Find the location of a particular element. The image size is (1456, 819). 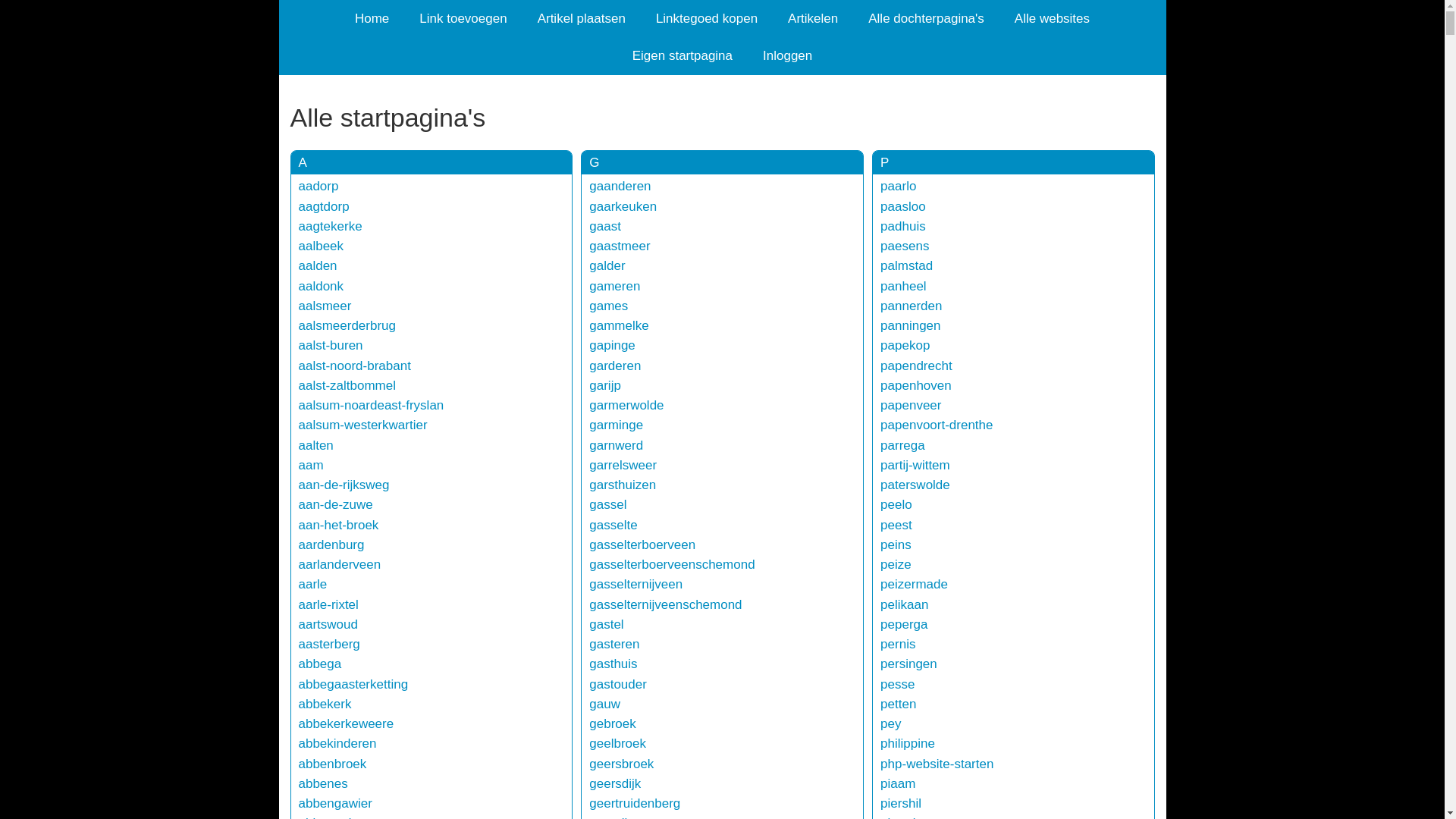

'garmerwolde' is located at coordinates (626, 404).